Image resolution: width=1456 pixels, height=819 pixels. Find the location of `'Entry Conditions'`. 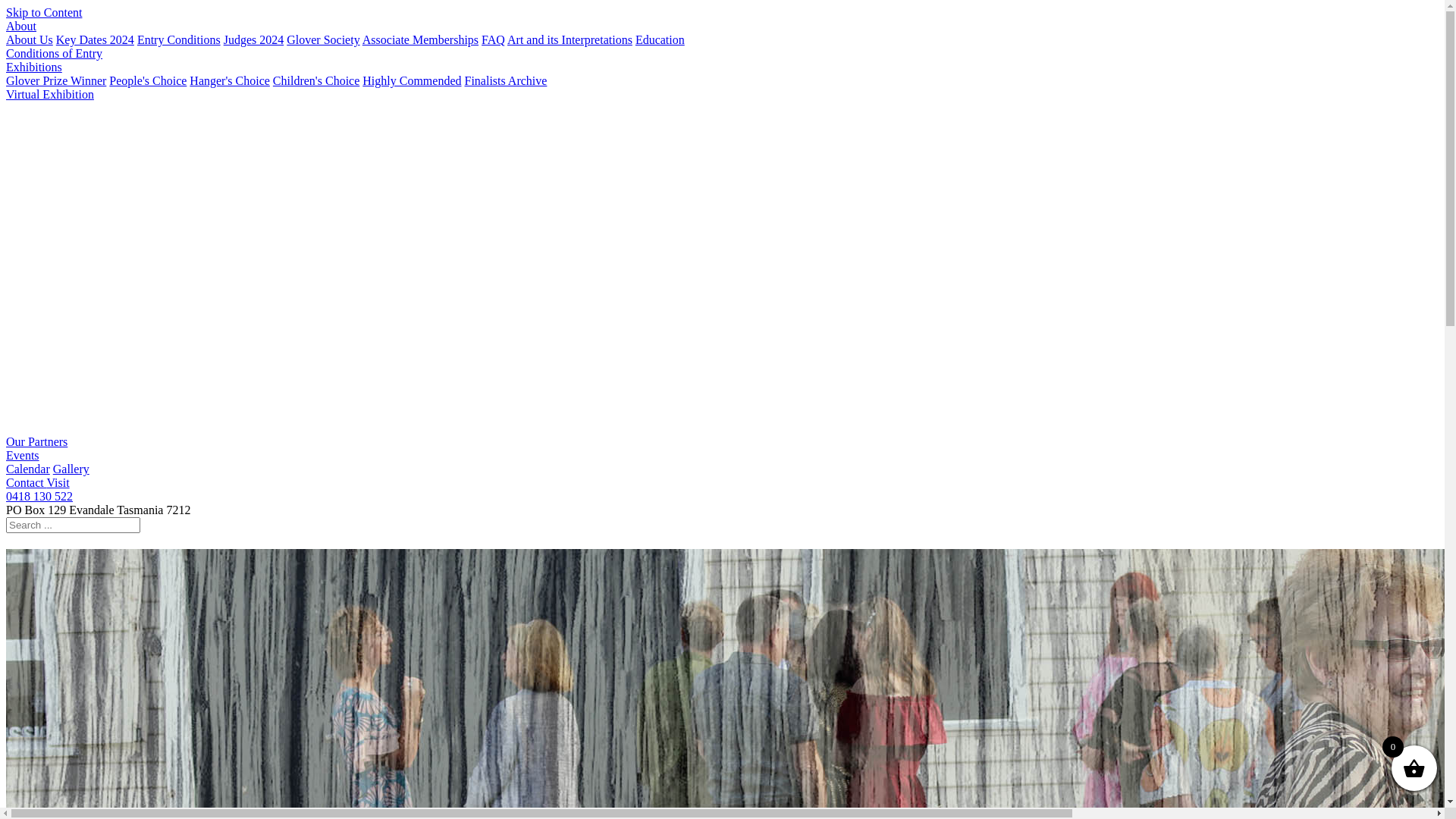

'Entry Conditions' is located at coordinates (137, 39).